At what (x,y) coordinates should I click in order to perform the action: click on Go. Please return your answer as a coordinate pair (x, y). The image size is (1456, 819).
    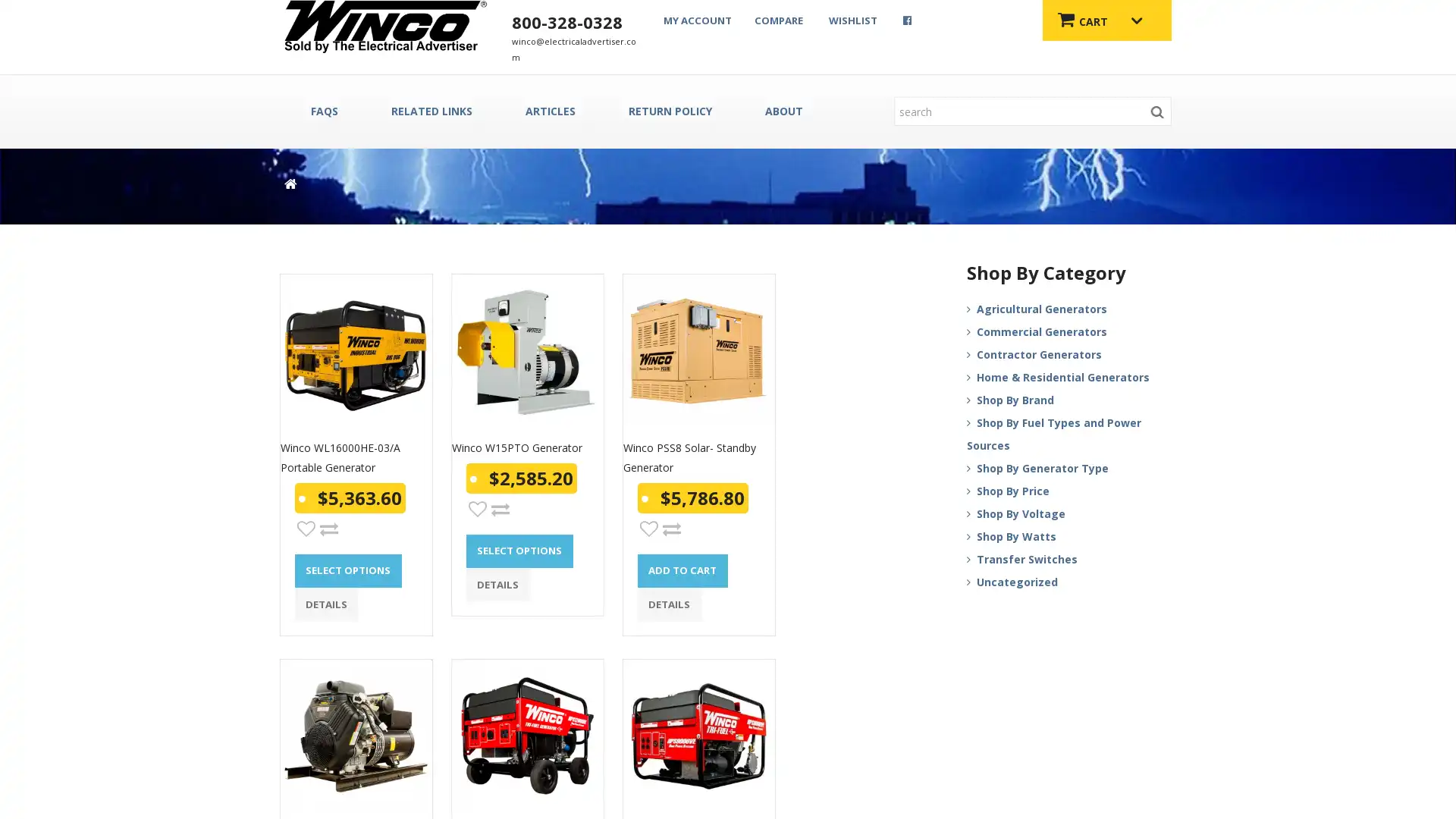
    Looking at the image, I should click on (1156, 110).